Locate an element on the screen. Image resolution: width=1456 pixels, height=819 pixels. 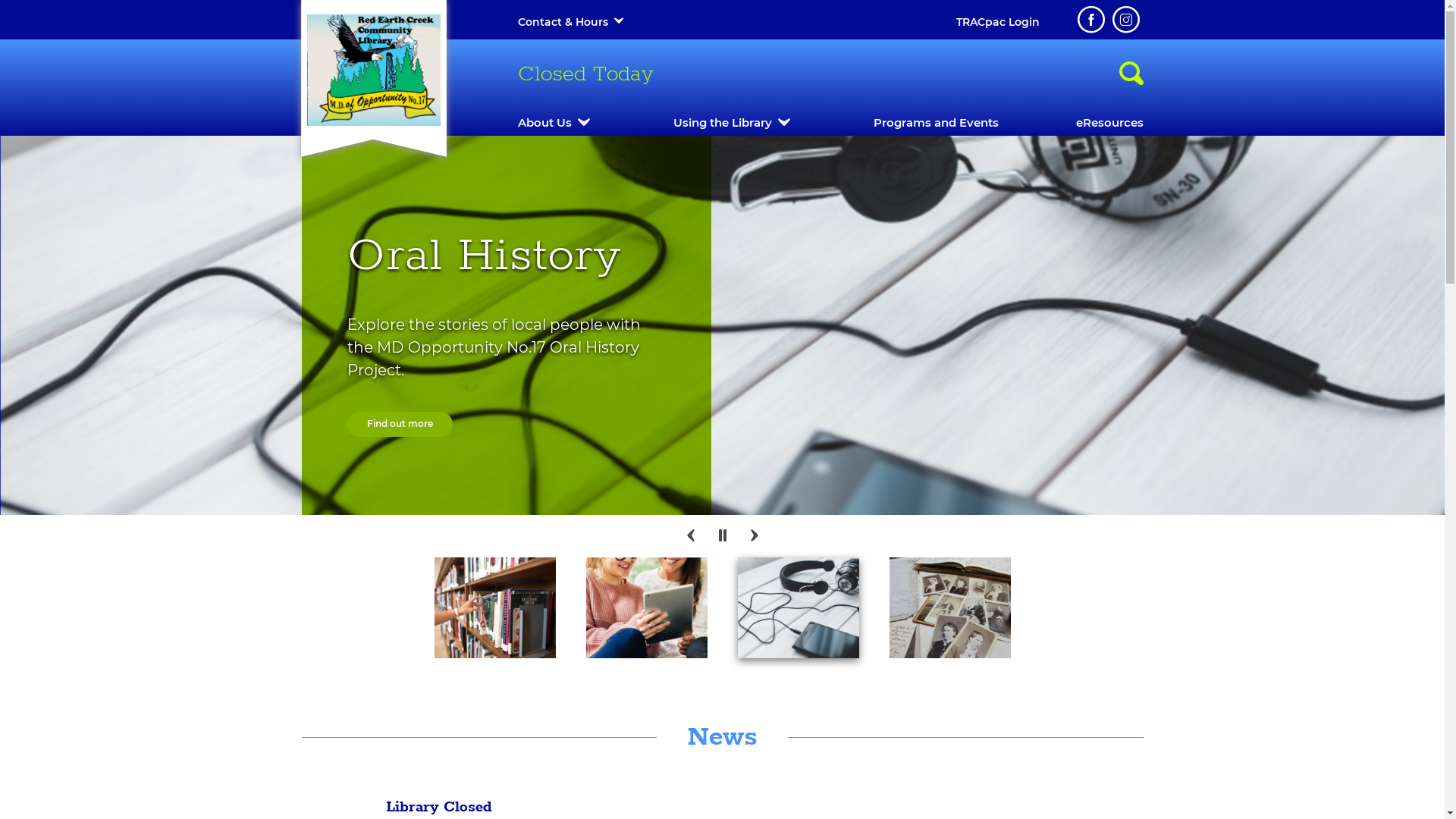
'Instagram' is located at coordinates (1125, 20).